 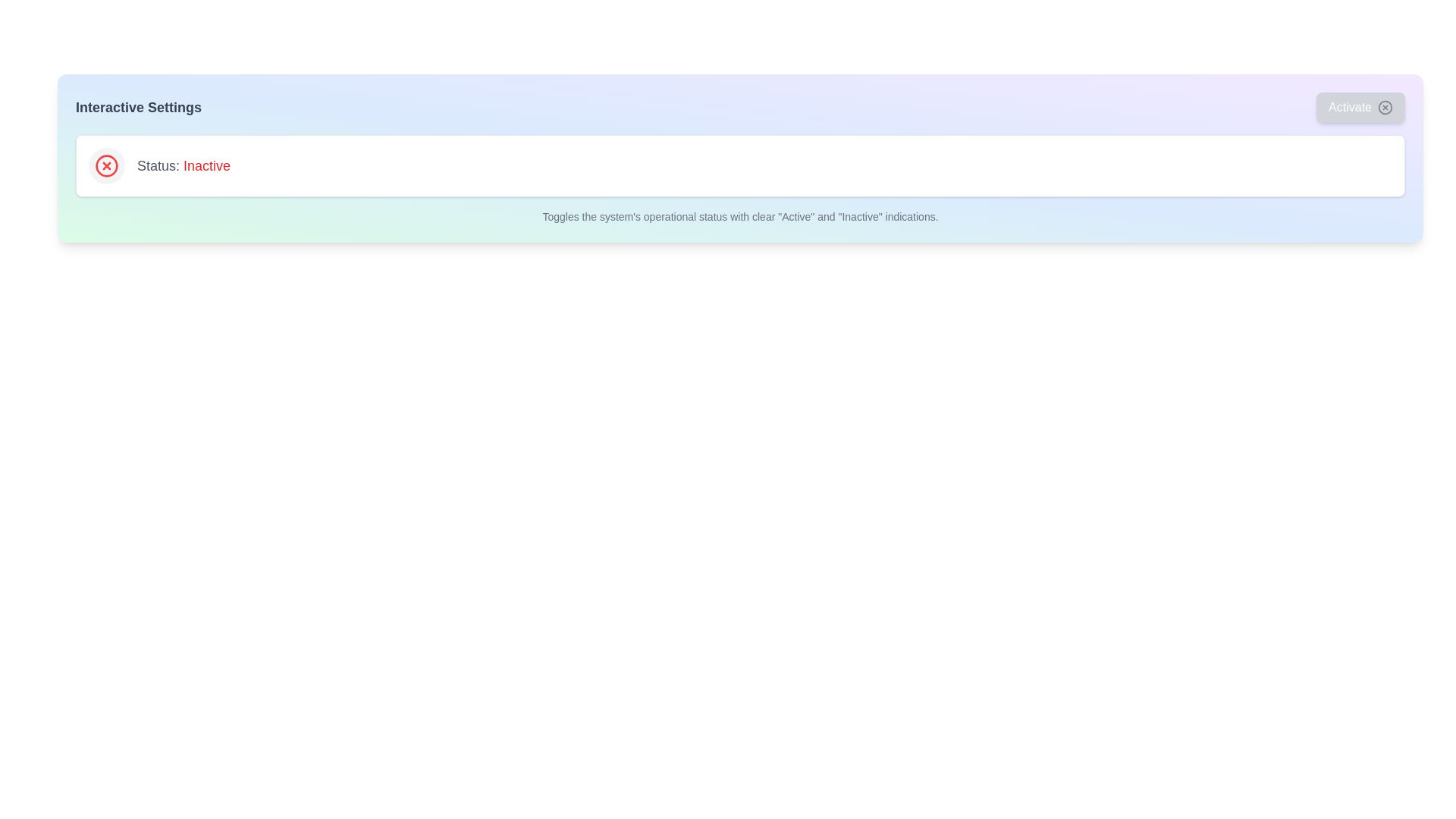 I want to click on the dismiss cross icon located in the top-right corner of the gray 'Activate' button within the 'Interactive Settings' panel, so click(x=1385, y=107).